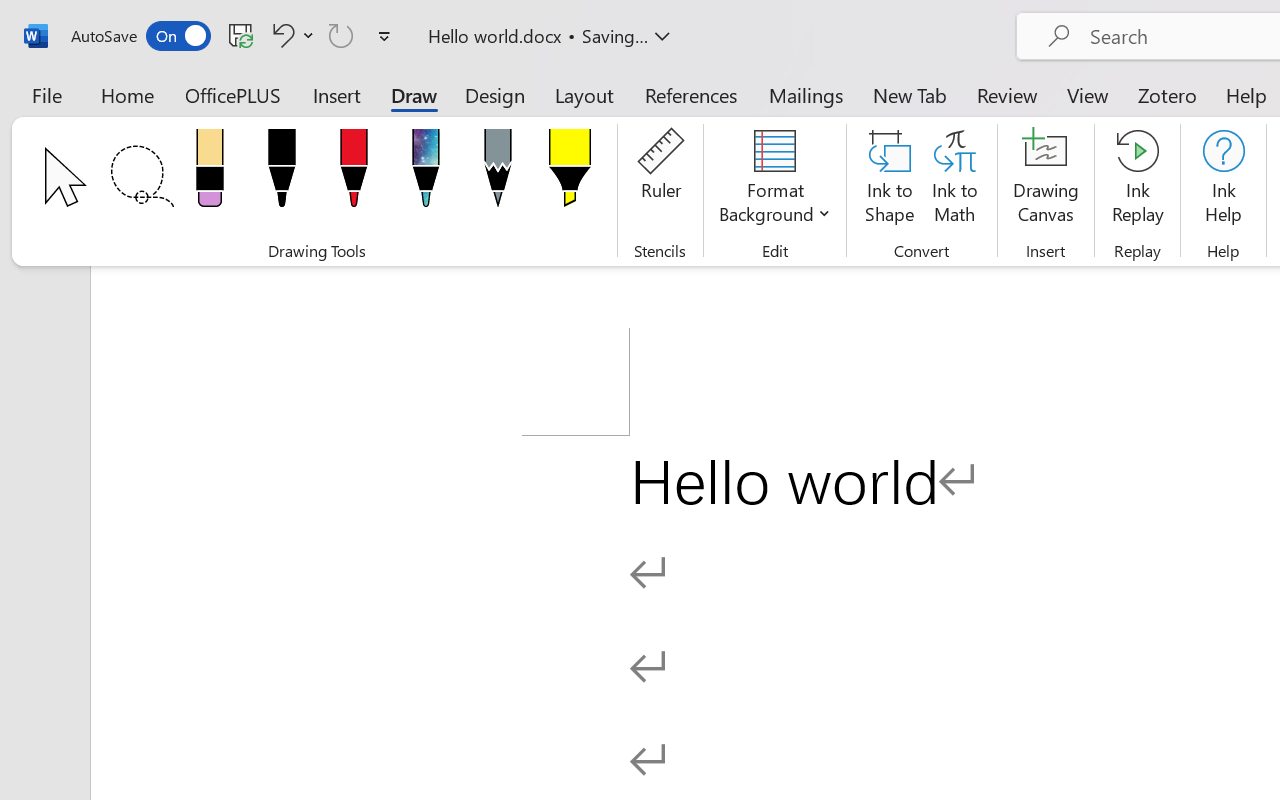  I want to click on 'Home', so click(127, 94).